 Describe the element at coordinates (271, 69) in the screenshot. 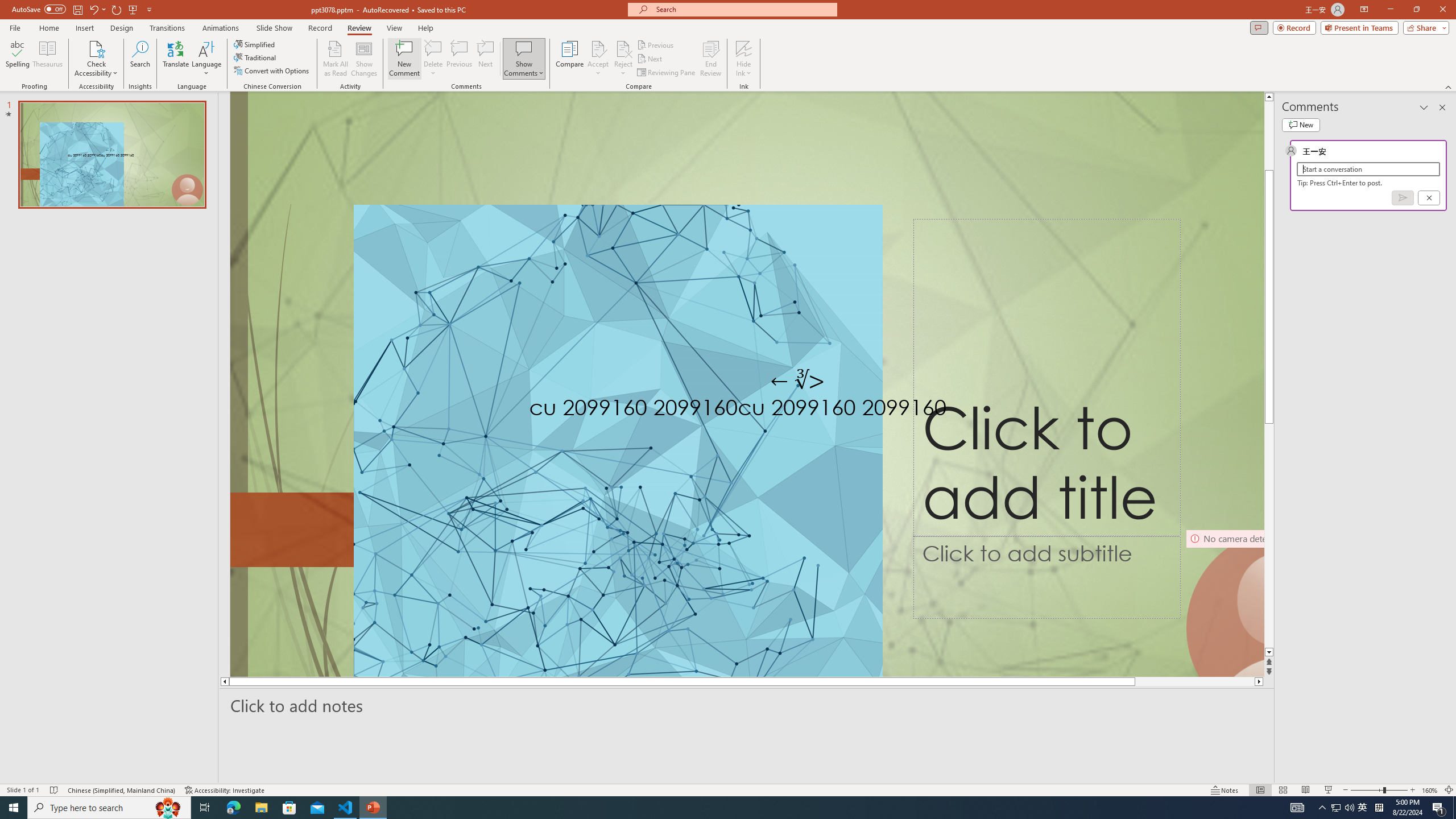

I see `'Convert with Options...'` at that location.